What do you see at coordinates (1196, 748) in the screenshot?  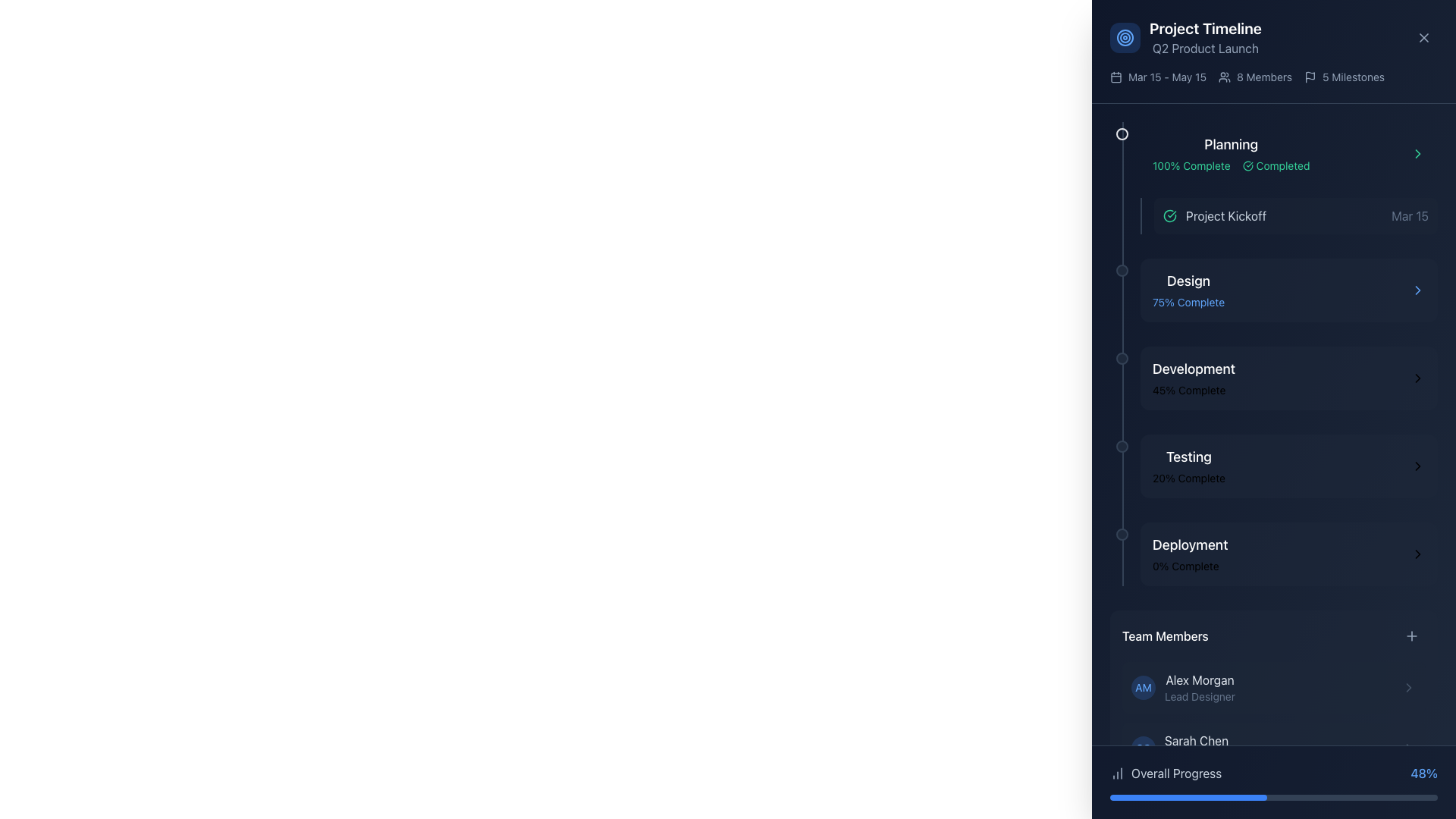 I see `the context information from the user profile display of the team member next` at bounding box center [1196, 748].